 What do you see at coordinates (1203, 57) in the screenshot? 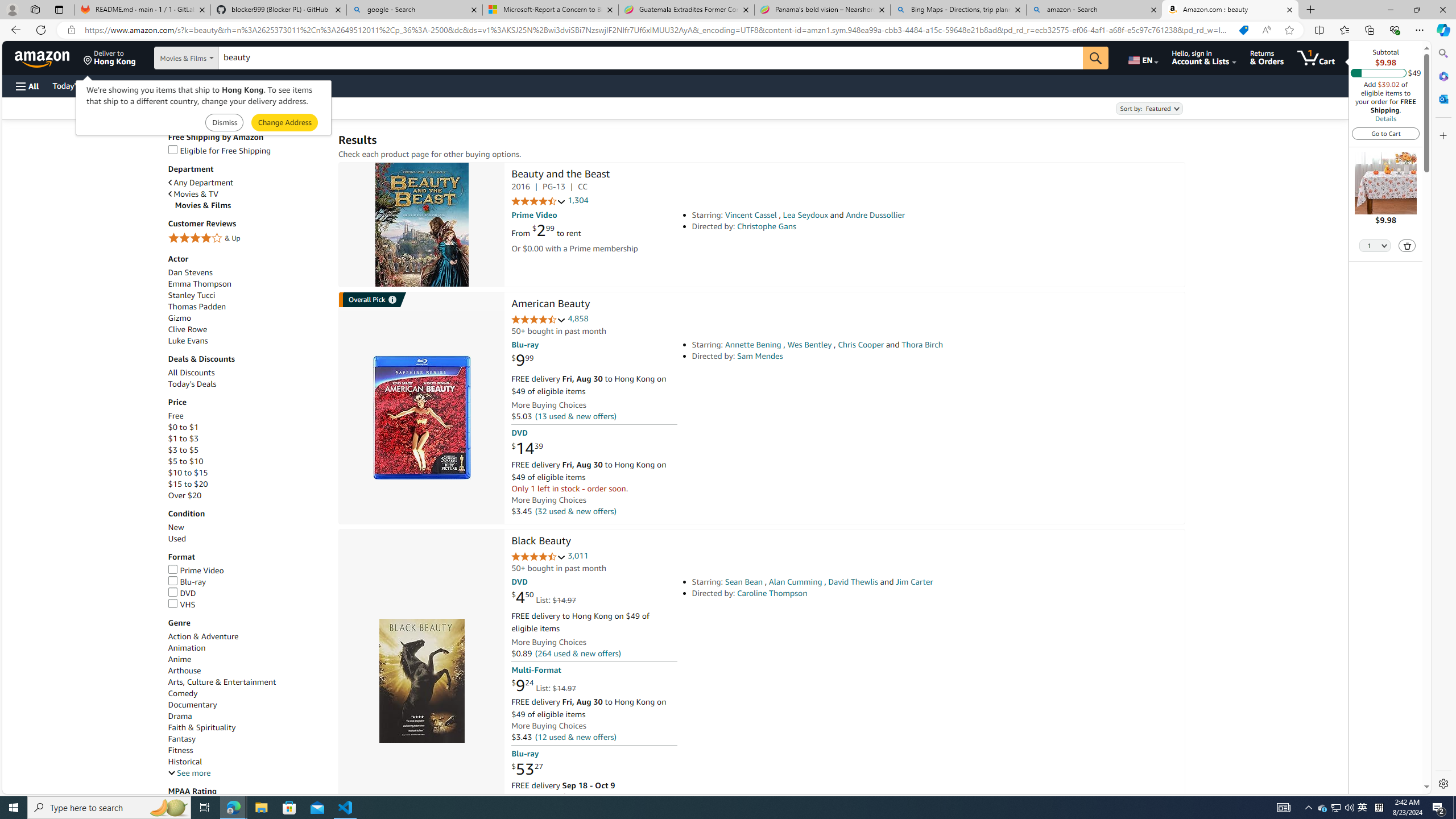
I see `'Hello, sign in Account & Lists'` at bounding box center [1203, 57].